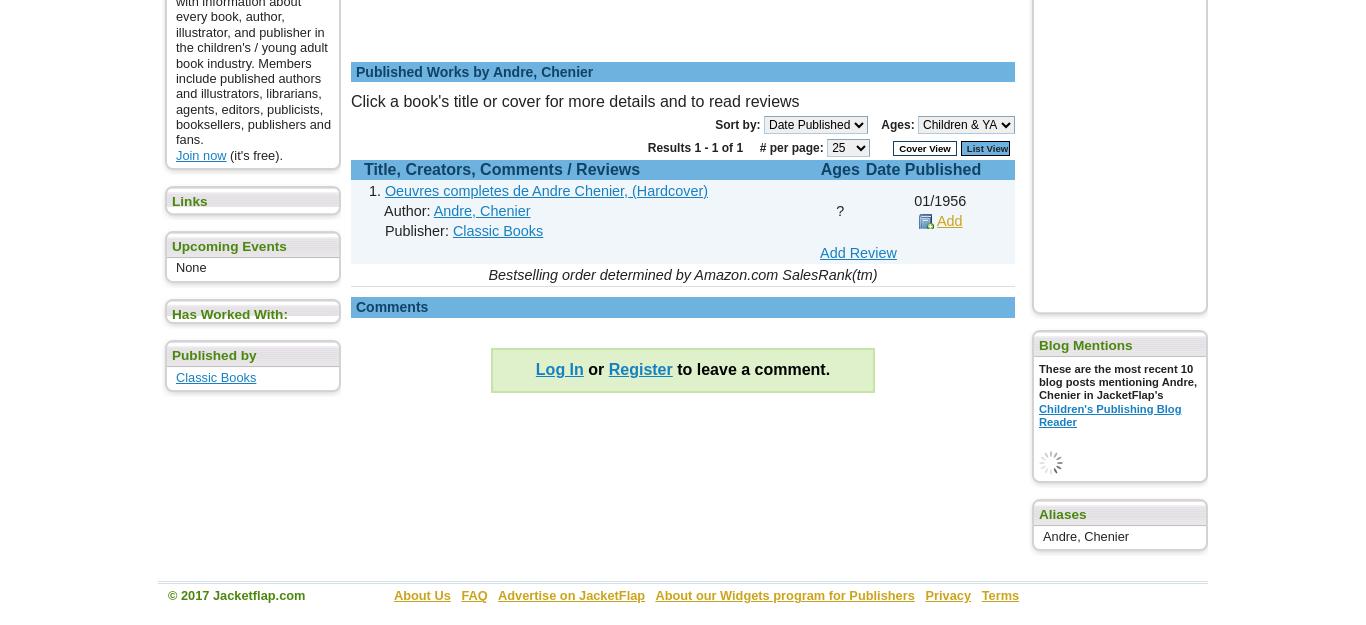 This screenshot has width=1366, height=625. Describe the element at coordinates (408, 229) in the screenshot. I see `'Publisher:'` at that location.